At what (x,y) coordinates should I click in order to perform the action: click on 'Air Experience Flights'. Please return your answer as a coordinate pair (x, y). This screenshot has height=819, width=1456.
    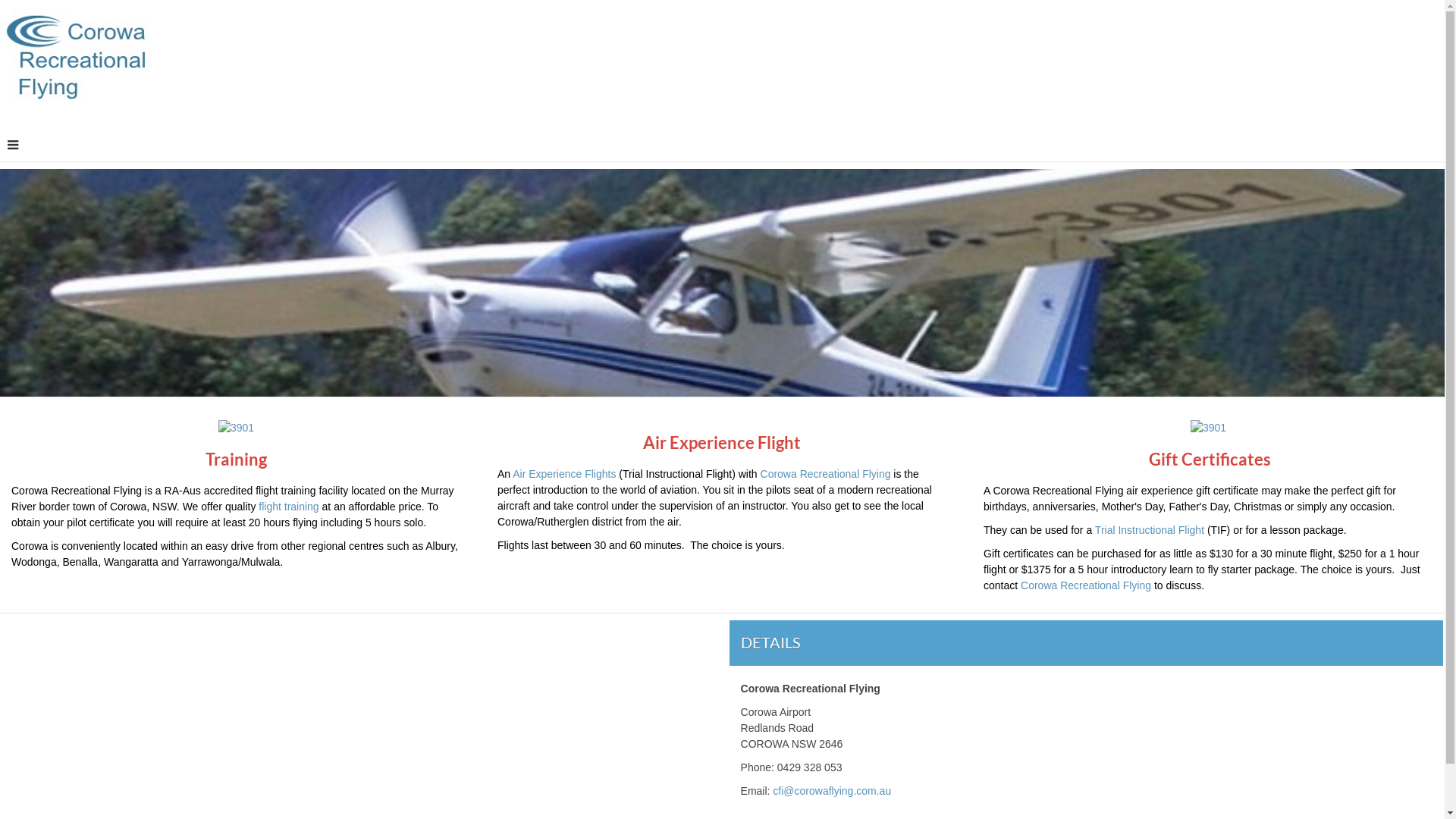
    Looking at the image, I should click on (563, 472).